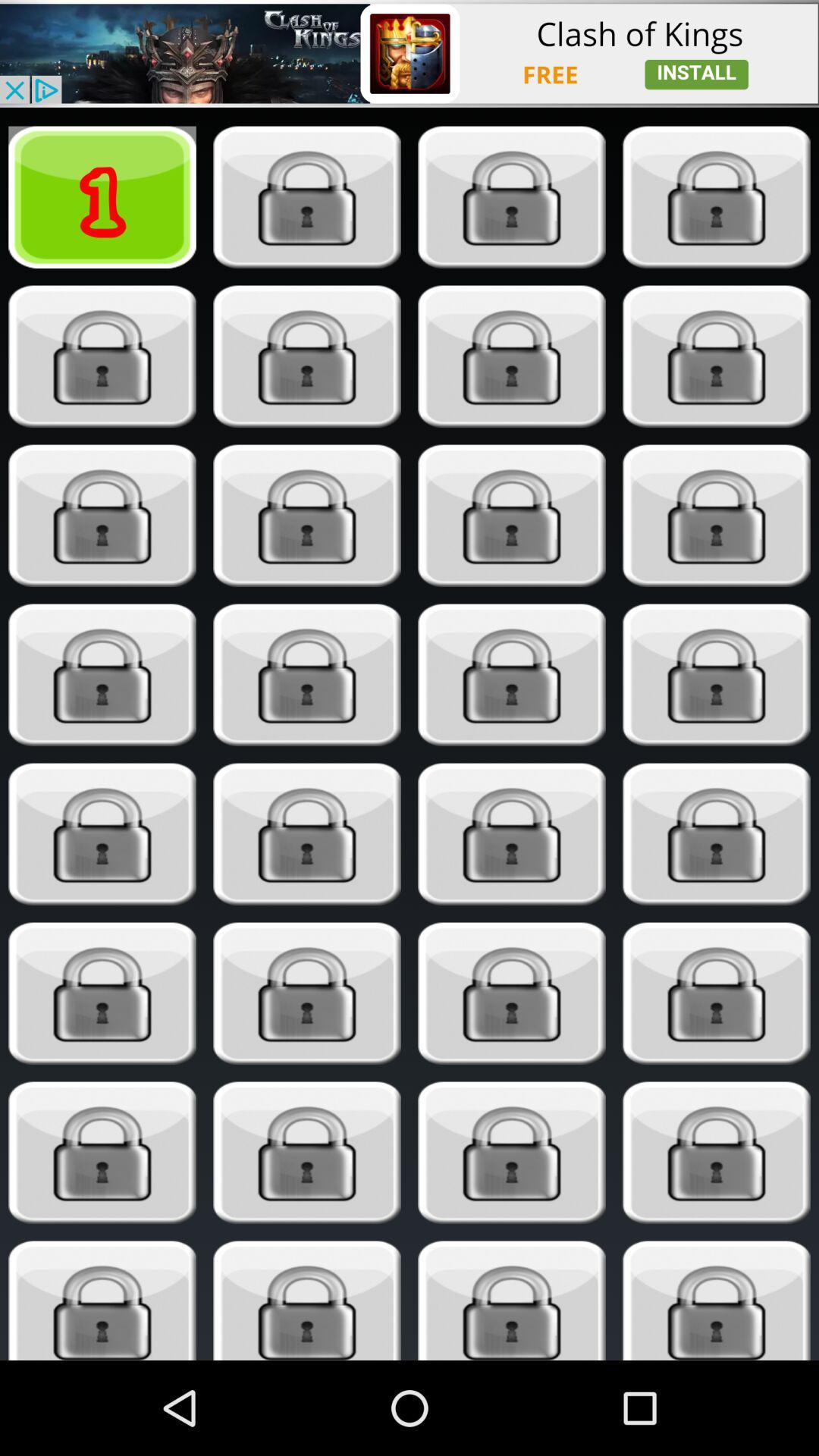 The image size is (819, 1456). I want to click on the widget, so click(307, 993).